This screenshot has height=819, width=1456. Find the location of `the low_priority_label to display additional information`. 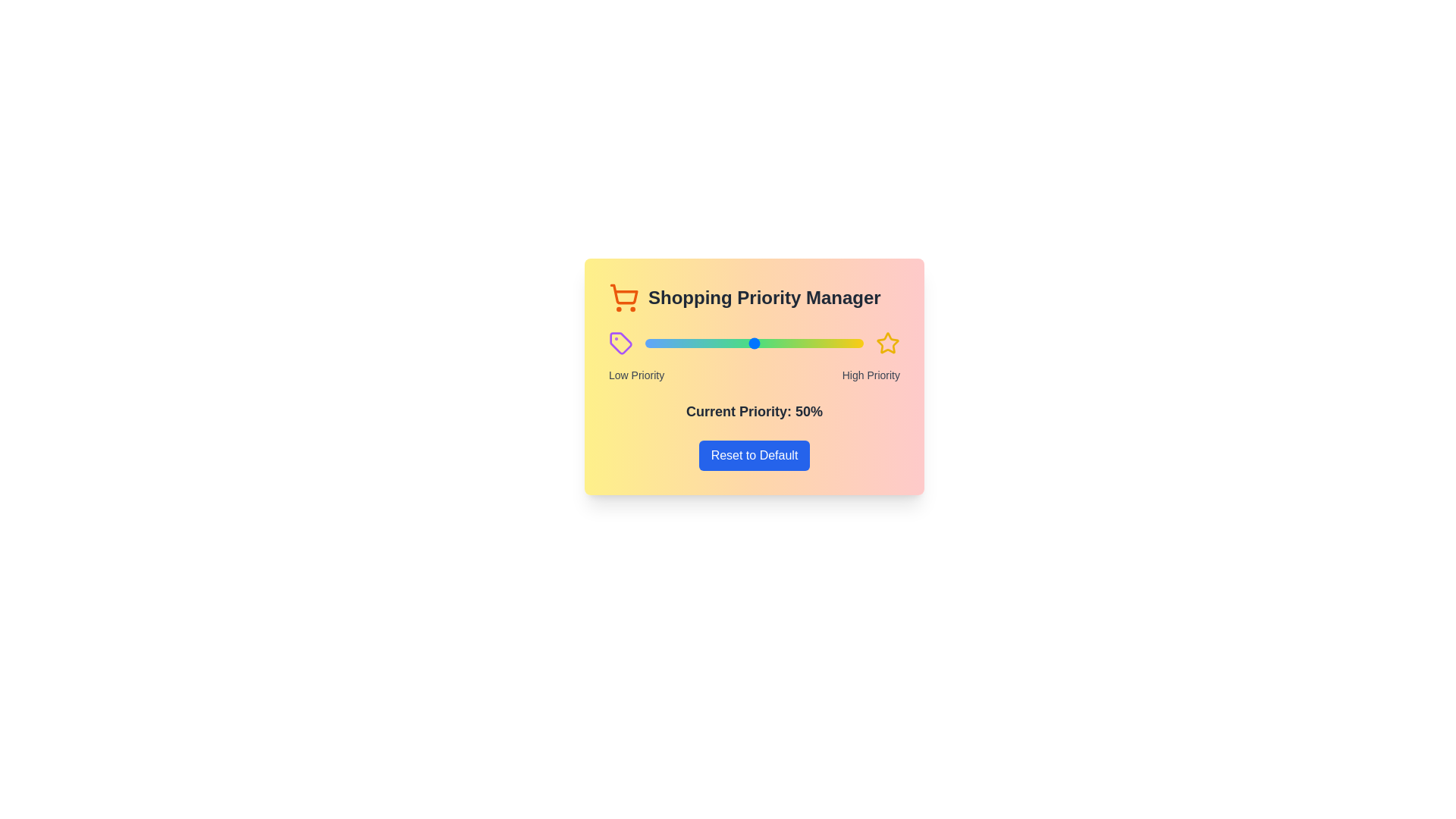

the low_priority_label to display additional information is located at coordinates (636, 375).